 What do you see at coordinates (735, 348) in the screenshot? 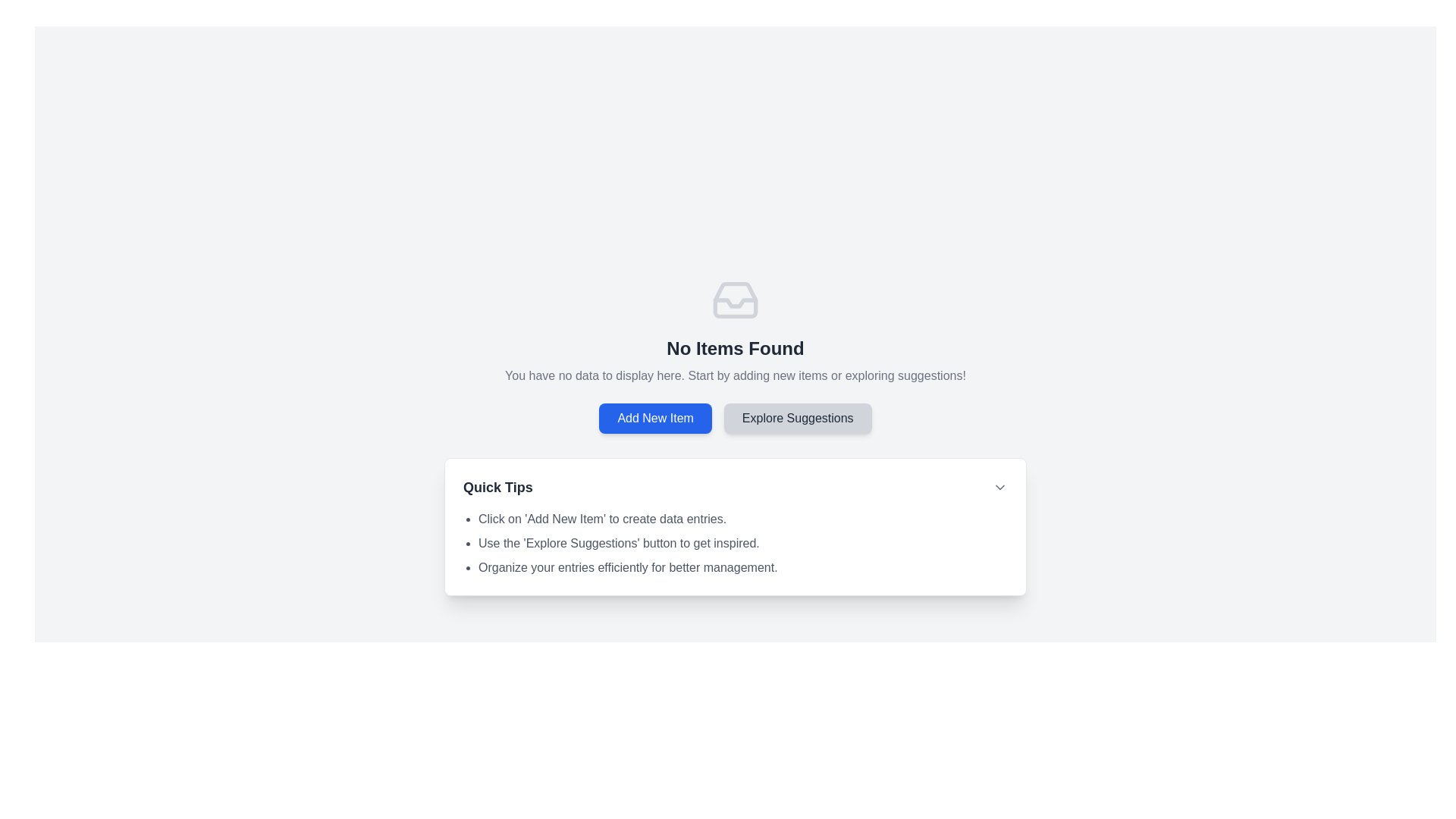
I see `the static text label displaying 'No Items Found', which is prominently styled in bold, large dark gray font and located below the inbox icon` at bounding box center [735, 348].